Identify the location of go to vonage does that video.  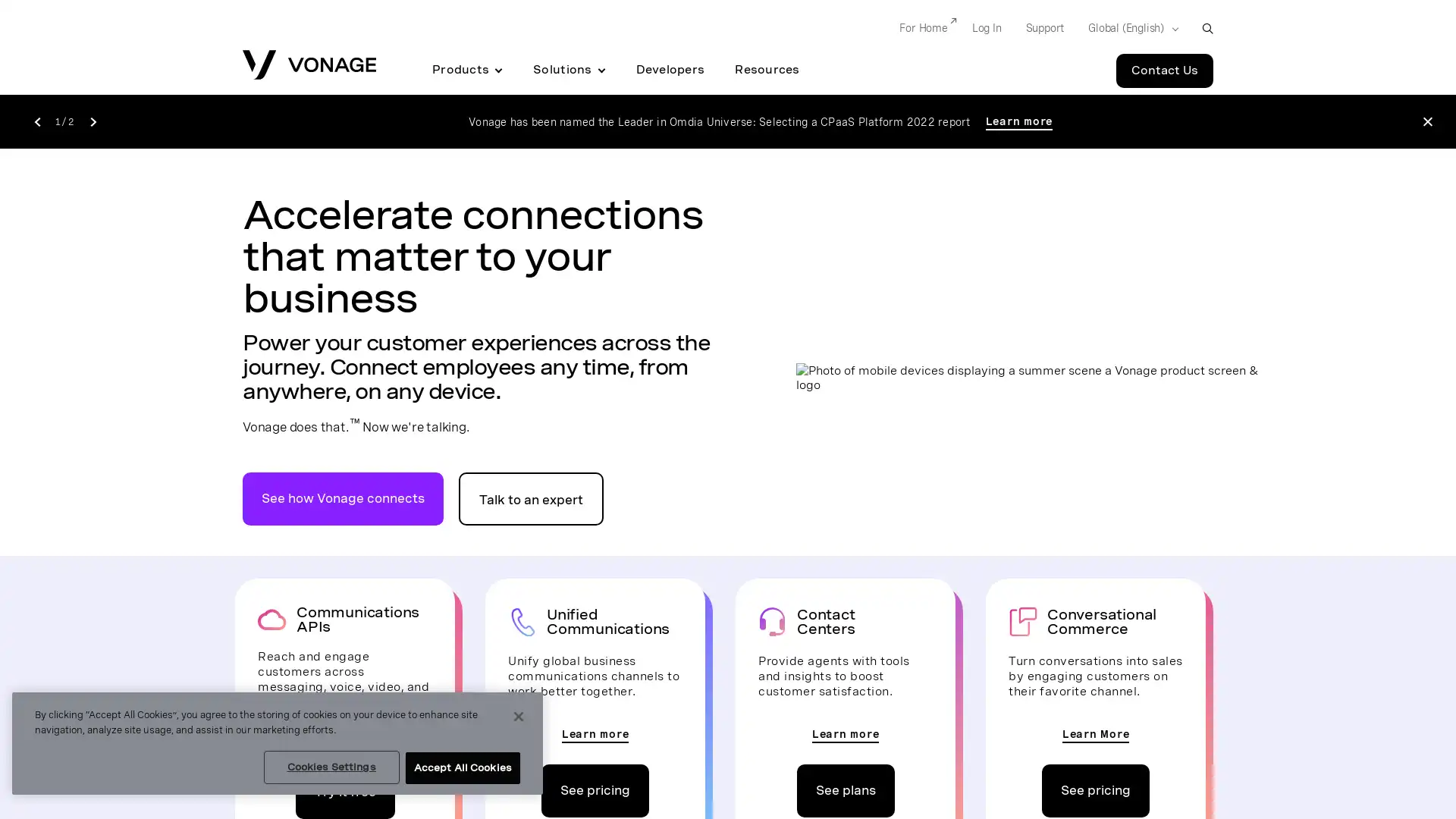
(342, 497).